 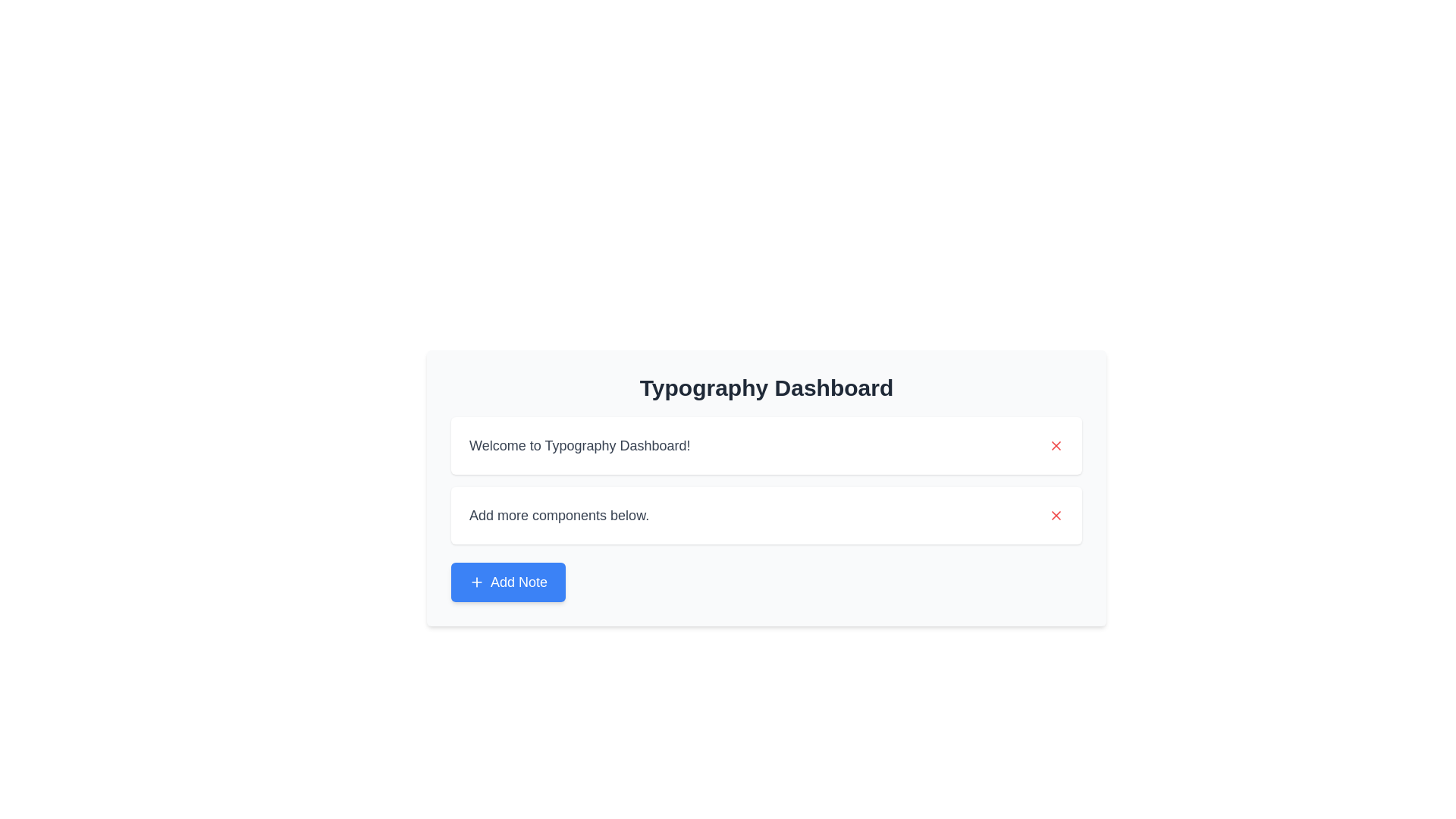 What do you see at coordinates (558, 514) in the screenshot?
I see `the static text element displaying 'Add more components below.' which is located in the main content area below the header 'Typography Dashboard'` at bounding box center [558, 514].